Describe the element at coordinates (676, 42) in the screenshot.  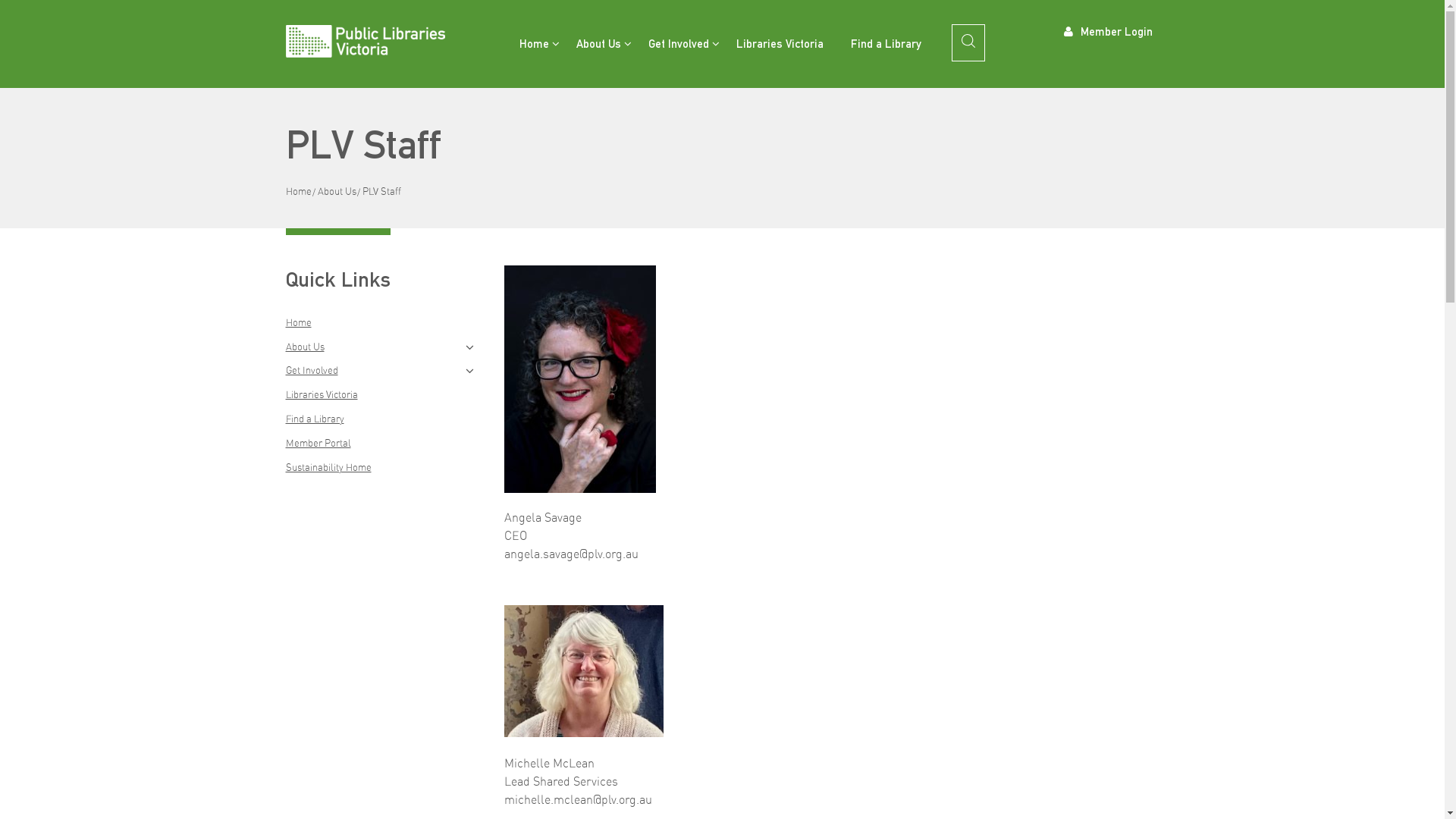
I see `'Get Involved'` at that location.